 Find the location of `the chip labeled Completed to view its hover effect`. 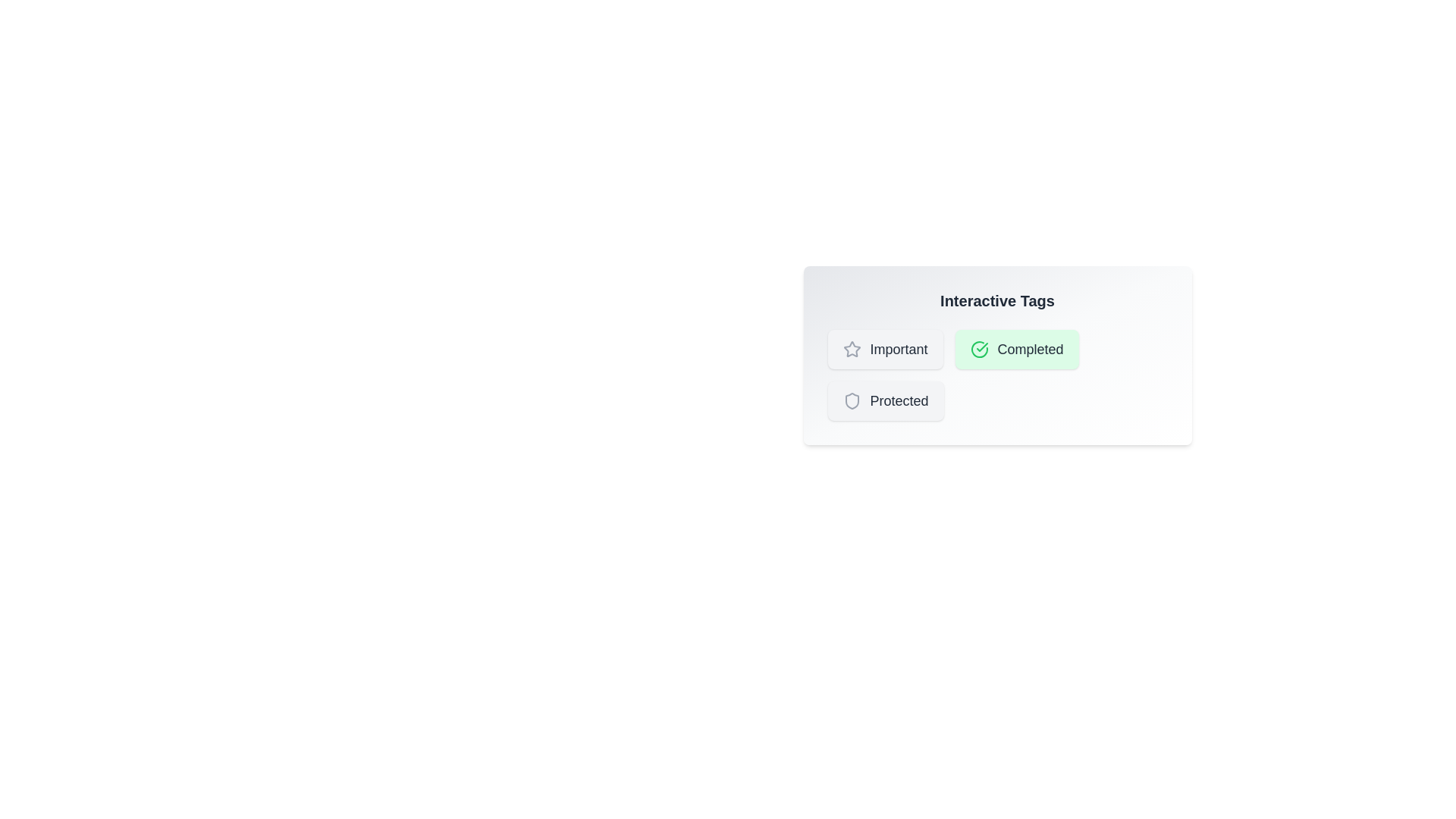

the chip labeled Completed to view its hover effect is located at coordinates (1017, 350).